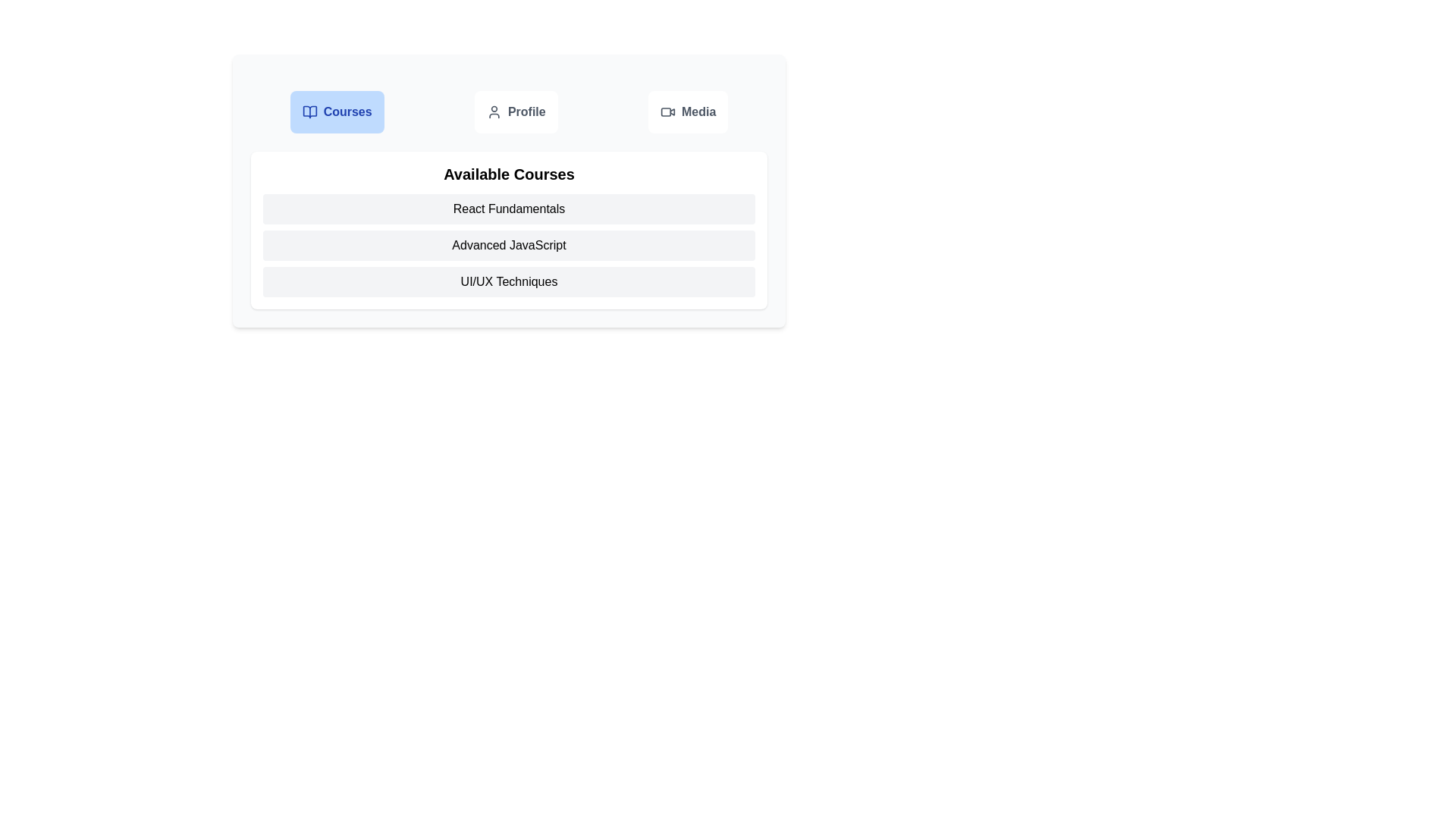 The height and width of the screenshot is (819, 1456). What do you see at coordinates (516, 111) in the screenshot?
I see `the navigation button located centrally between the 'Courses' and 'Media' buttons to change its style` at bounding box center [516, 111].